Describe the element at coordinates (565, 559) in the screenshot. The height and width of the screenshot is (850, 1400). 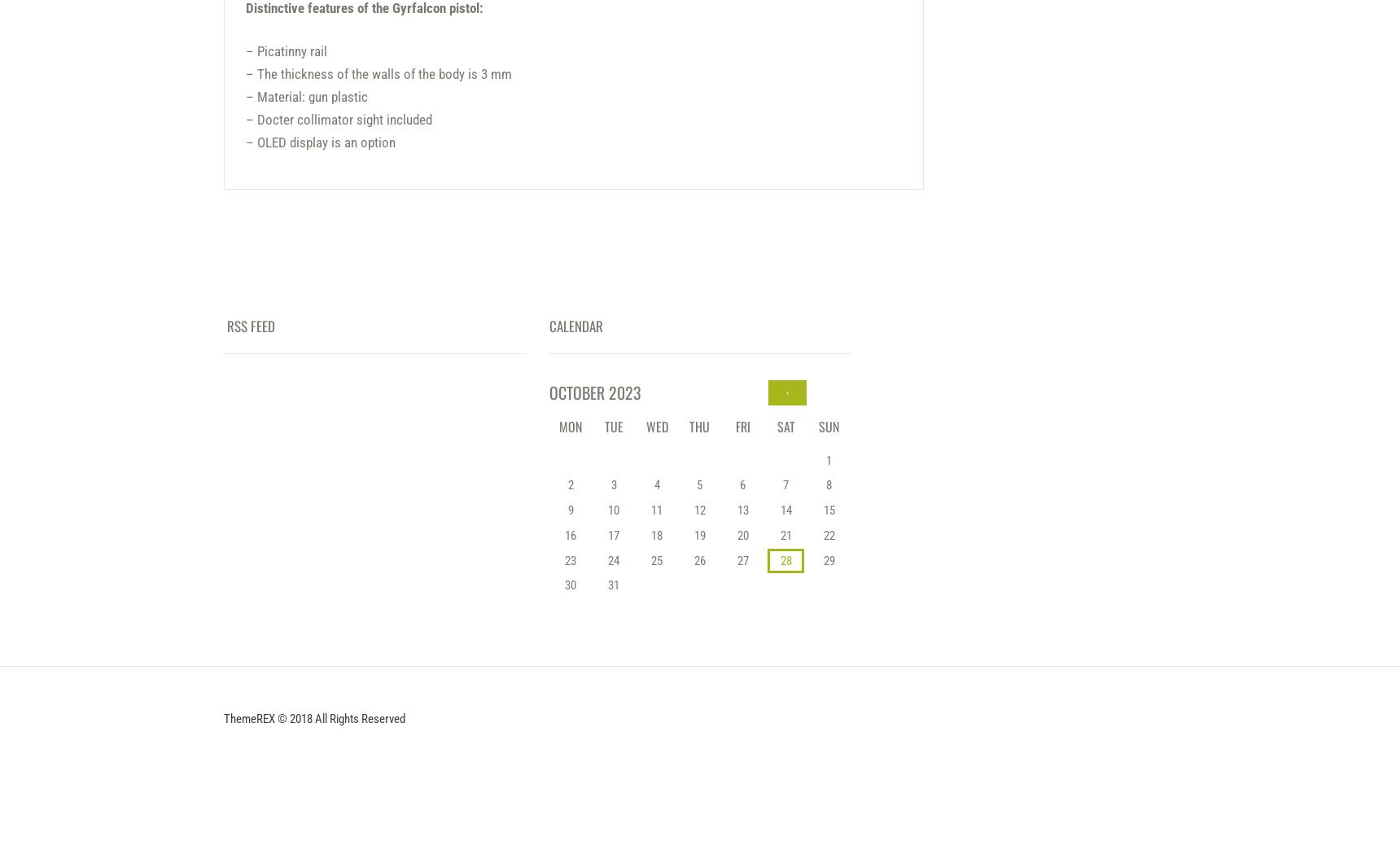
I see `'23'` at that location.